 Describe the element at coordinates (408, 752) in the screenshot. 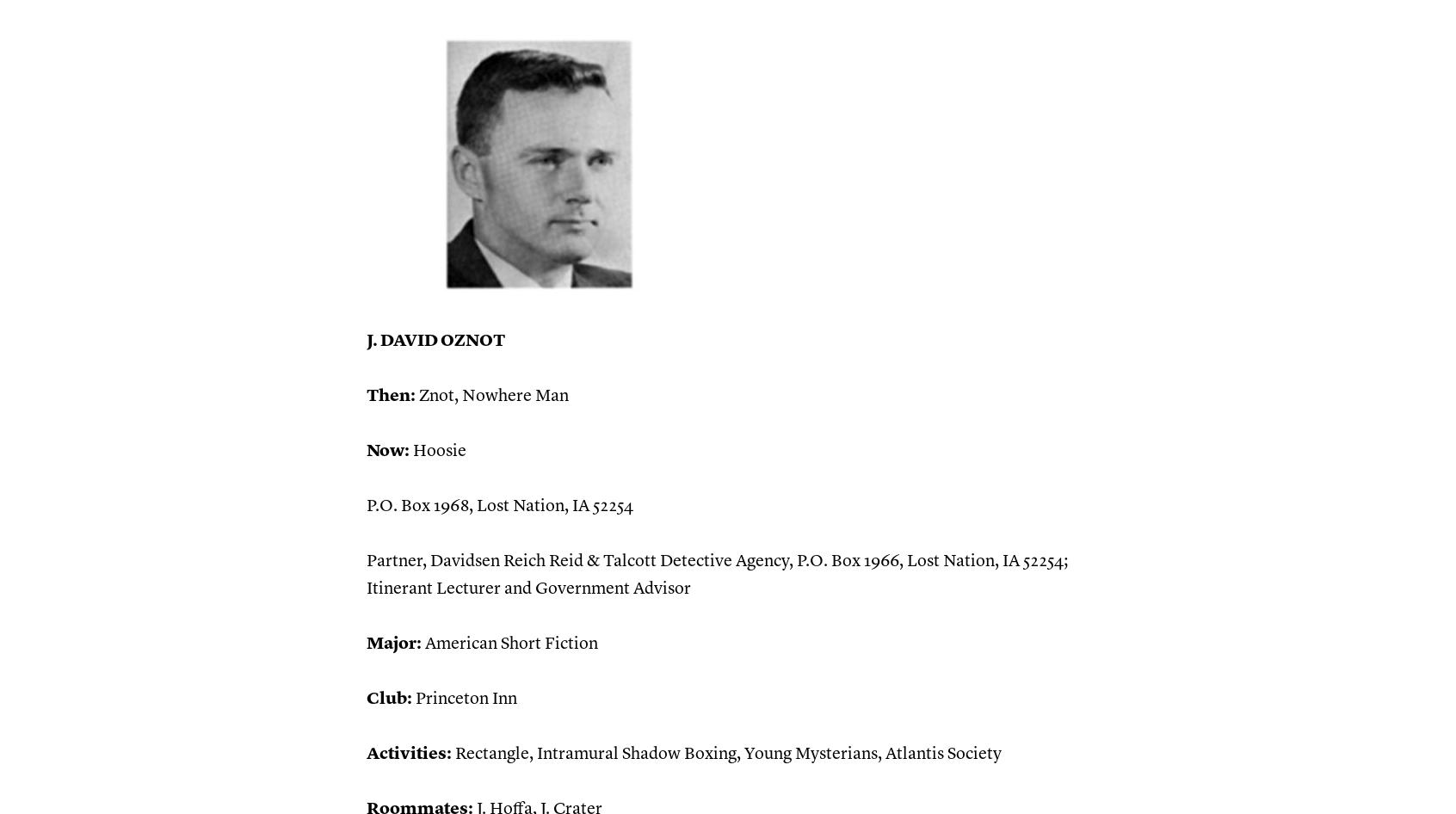

I see `'Activities:'` at that location.